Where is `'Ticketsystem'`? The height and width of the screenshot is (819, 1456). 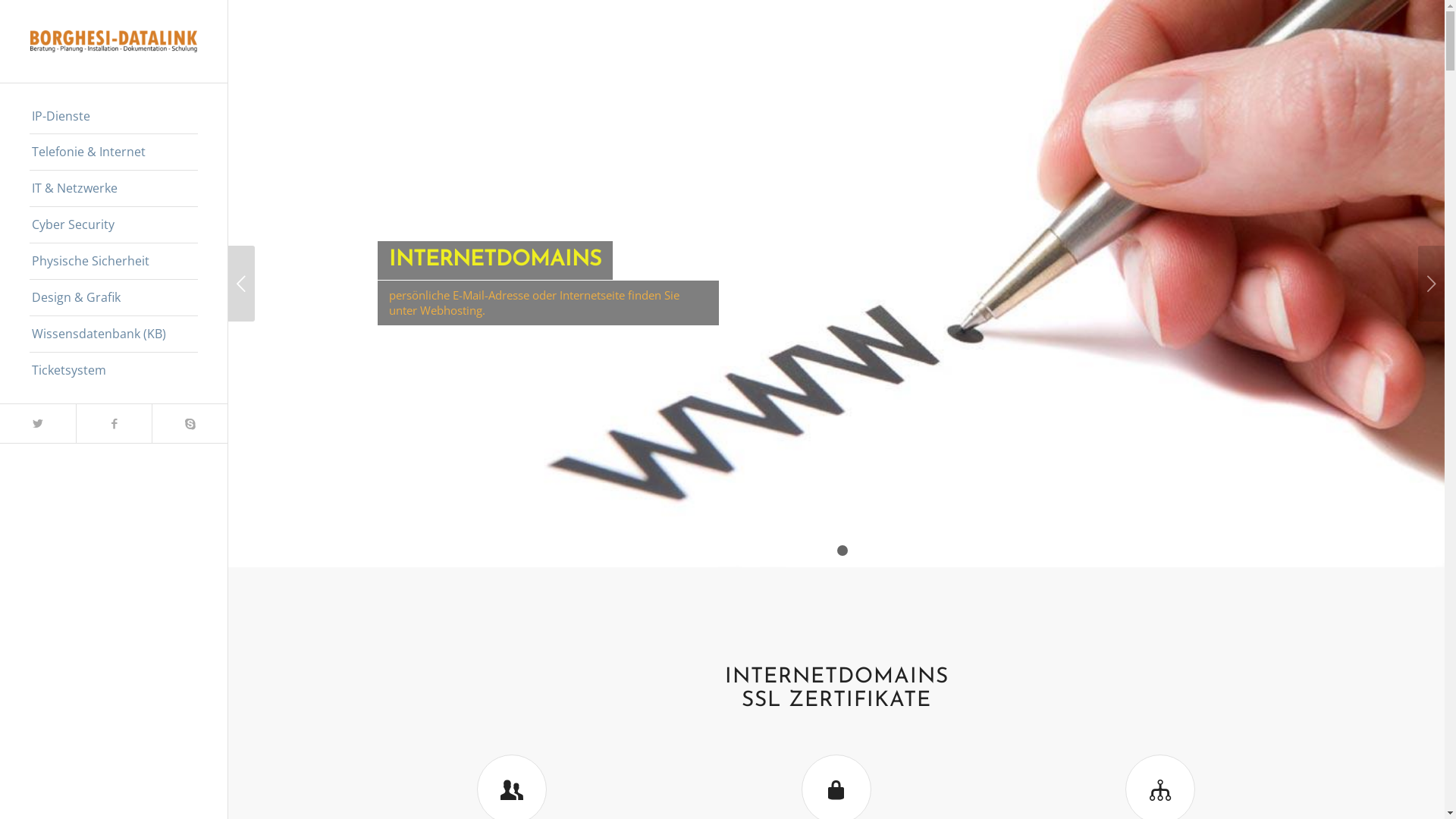
'Ticketsystem' is located at coordinates (112, 370).